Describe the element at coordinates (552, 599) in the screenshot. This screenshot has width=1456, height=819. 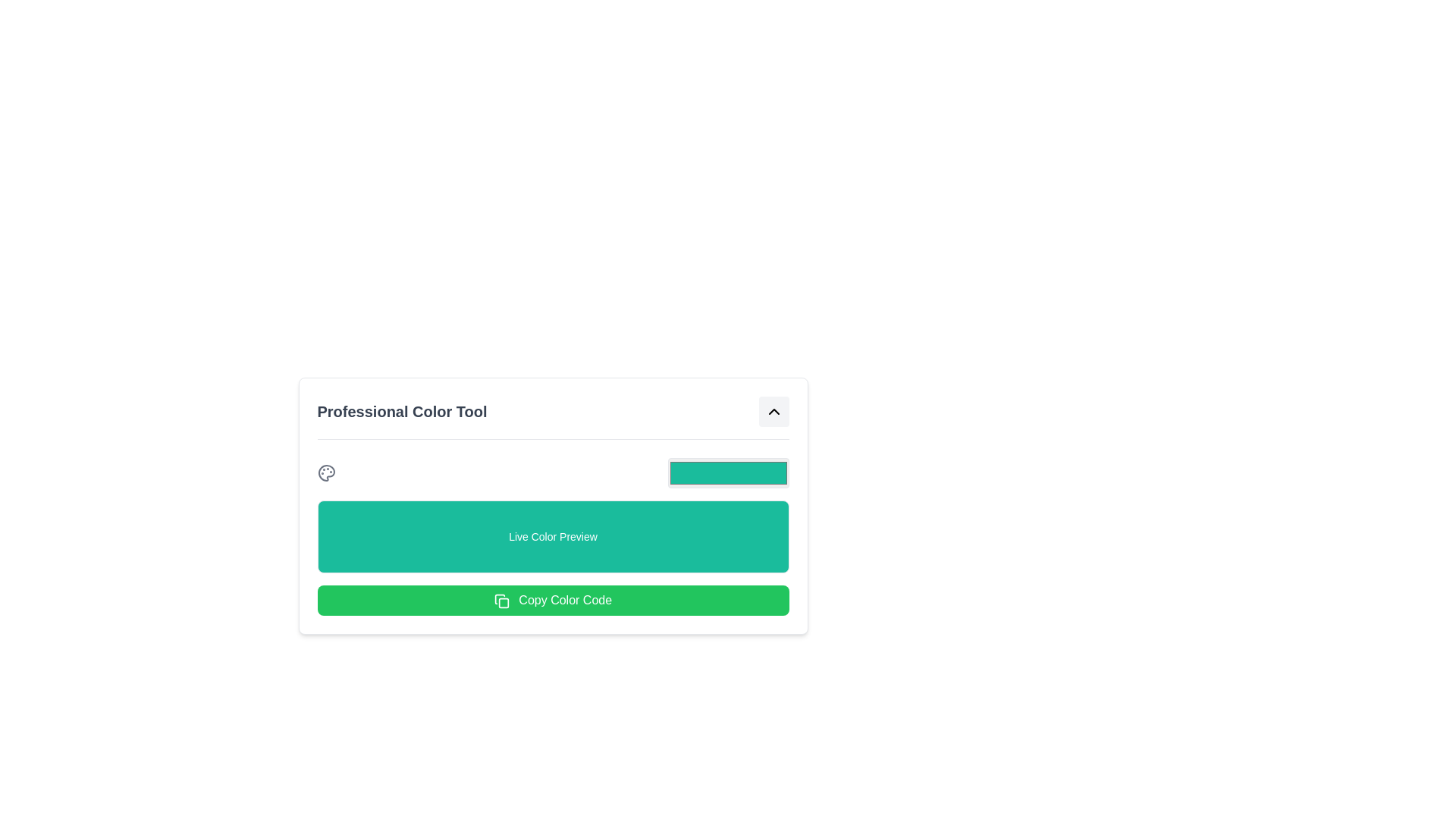
I see `the 'Copy Color Code' button, which is a horizontally extended rectangular button with a green background and white text, located below the 'Live Color Preview' panel` at that location.